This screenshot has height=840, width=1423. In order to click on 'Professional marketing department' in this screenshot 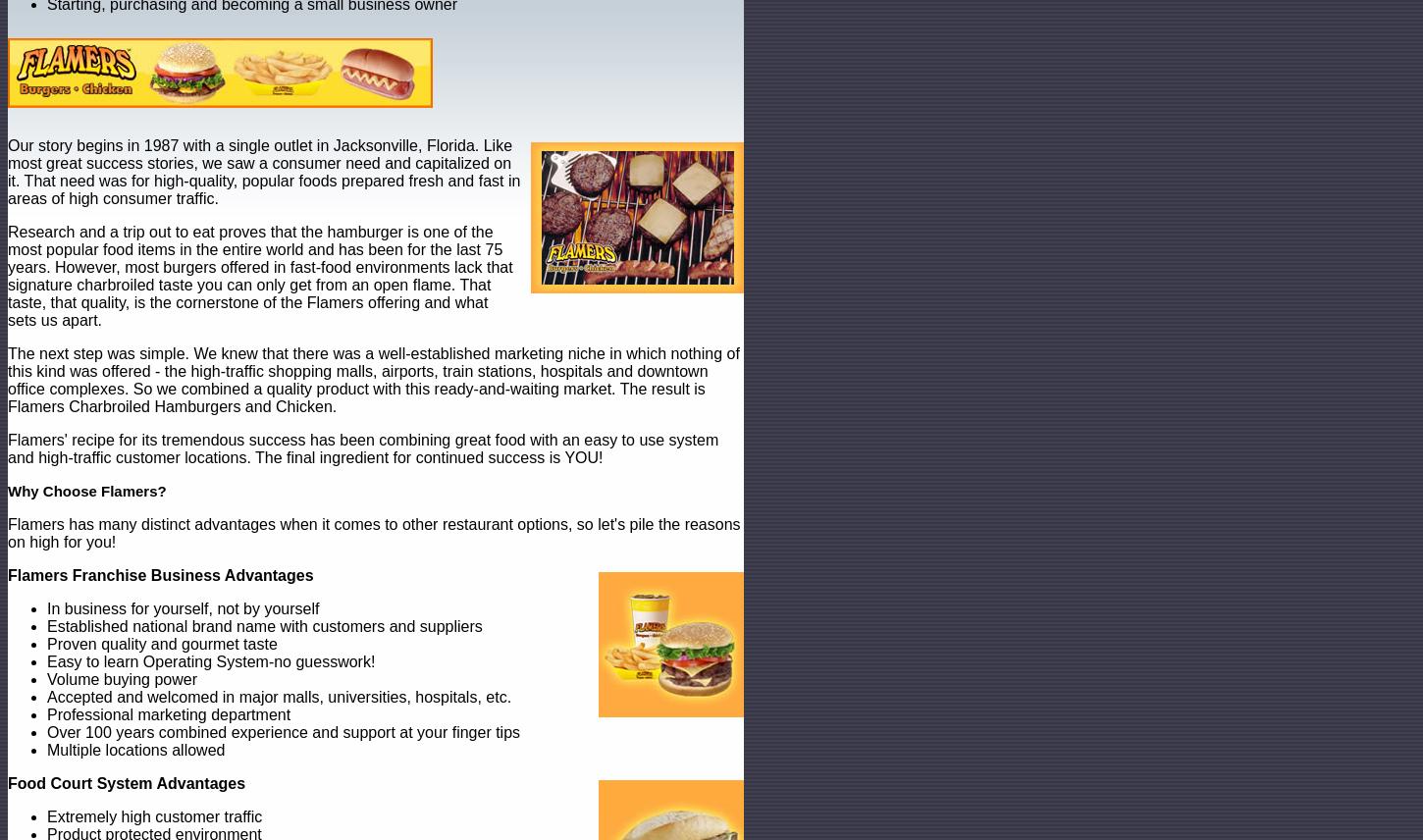, I will do `click(167, 714)`.